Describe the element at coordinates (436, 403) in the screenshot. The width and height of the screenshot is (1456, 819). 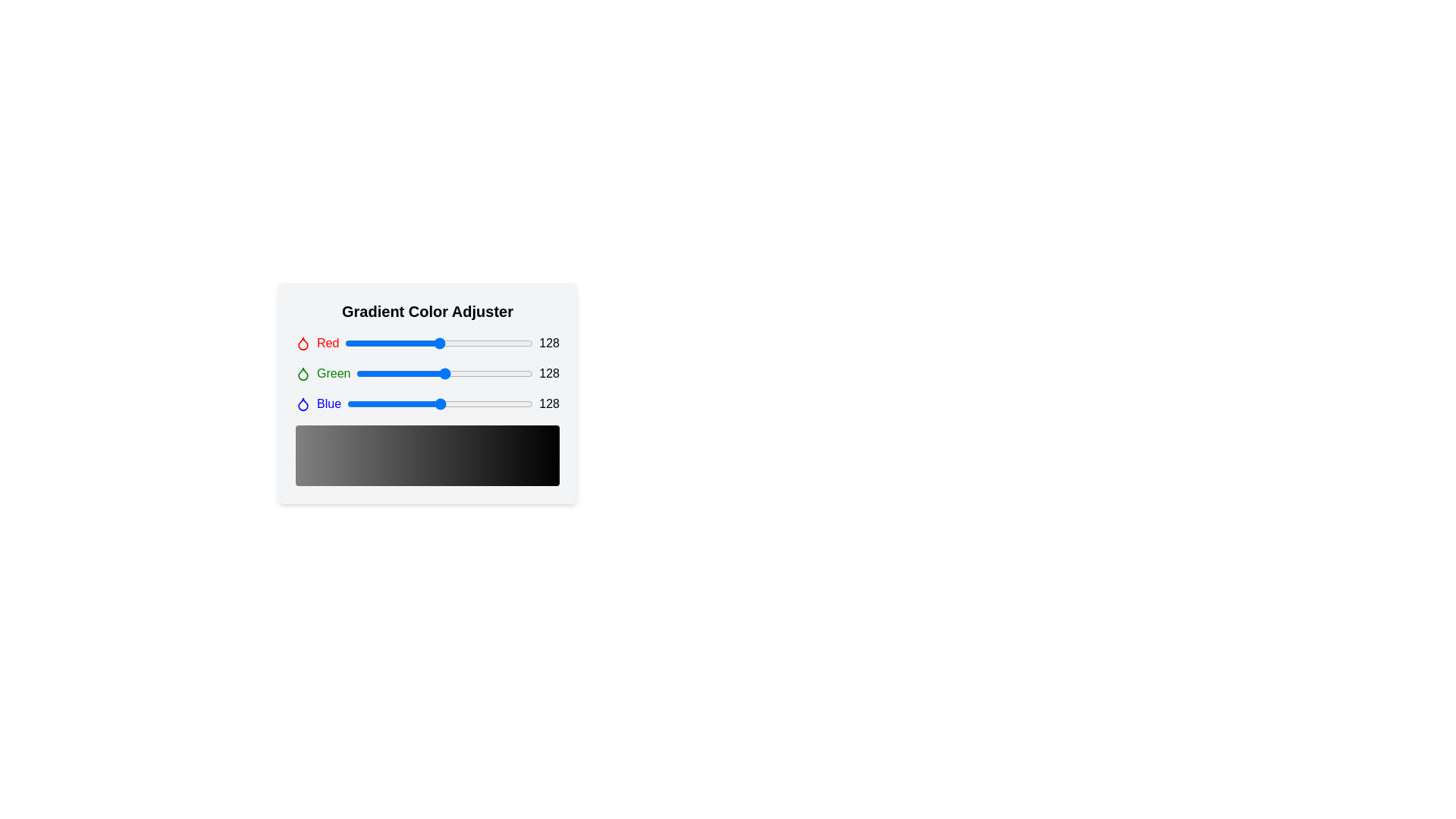
I see `the blue color slider to 123` at that location.